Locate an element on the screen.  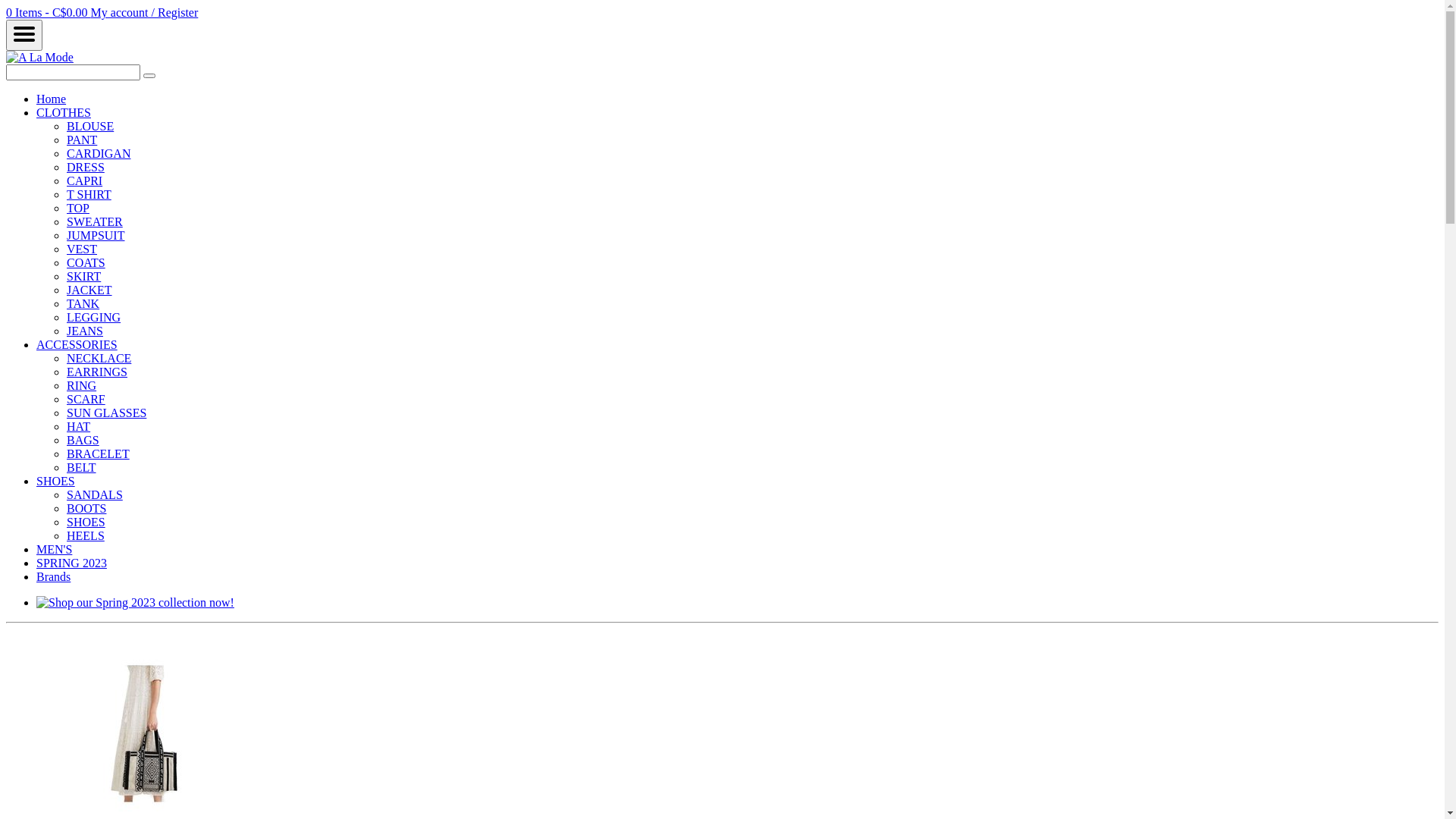
'A La Mode' is located at coordinates (6, 56).